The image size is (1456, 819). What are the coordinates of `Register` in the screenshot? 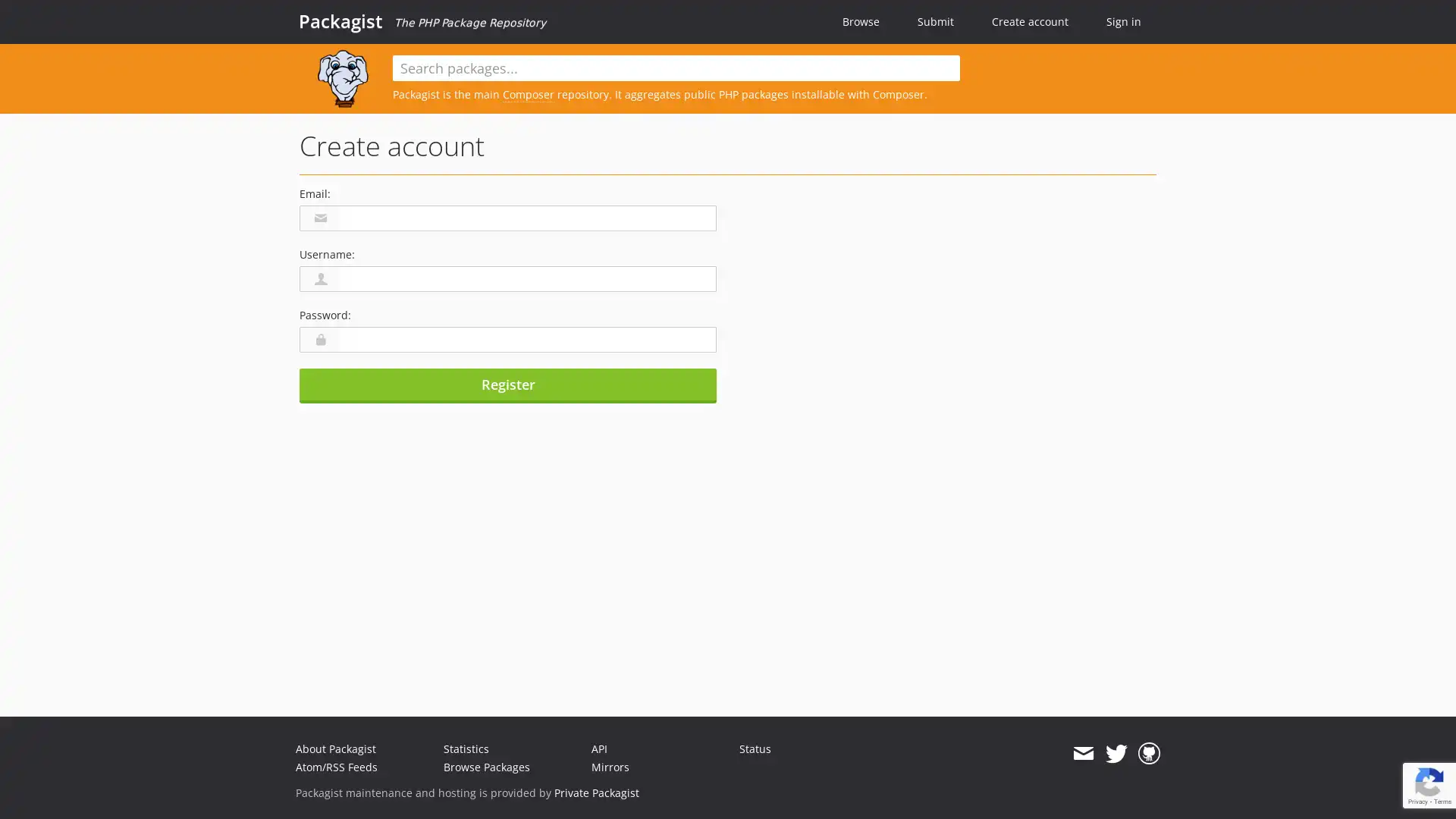 It's located at (508, 385).